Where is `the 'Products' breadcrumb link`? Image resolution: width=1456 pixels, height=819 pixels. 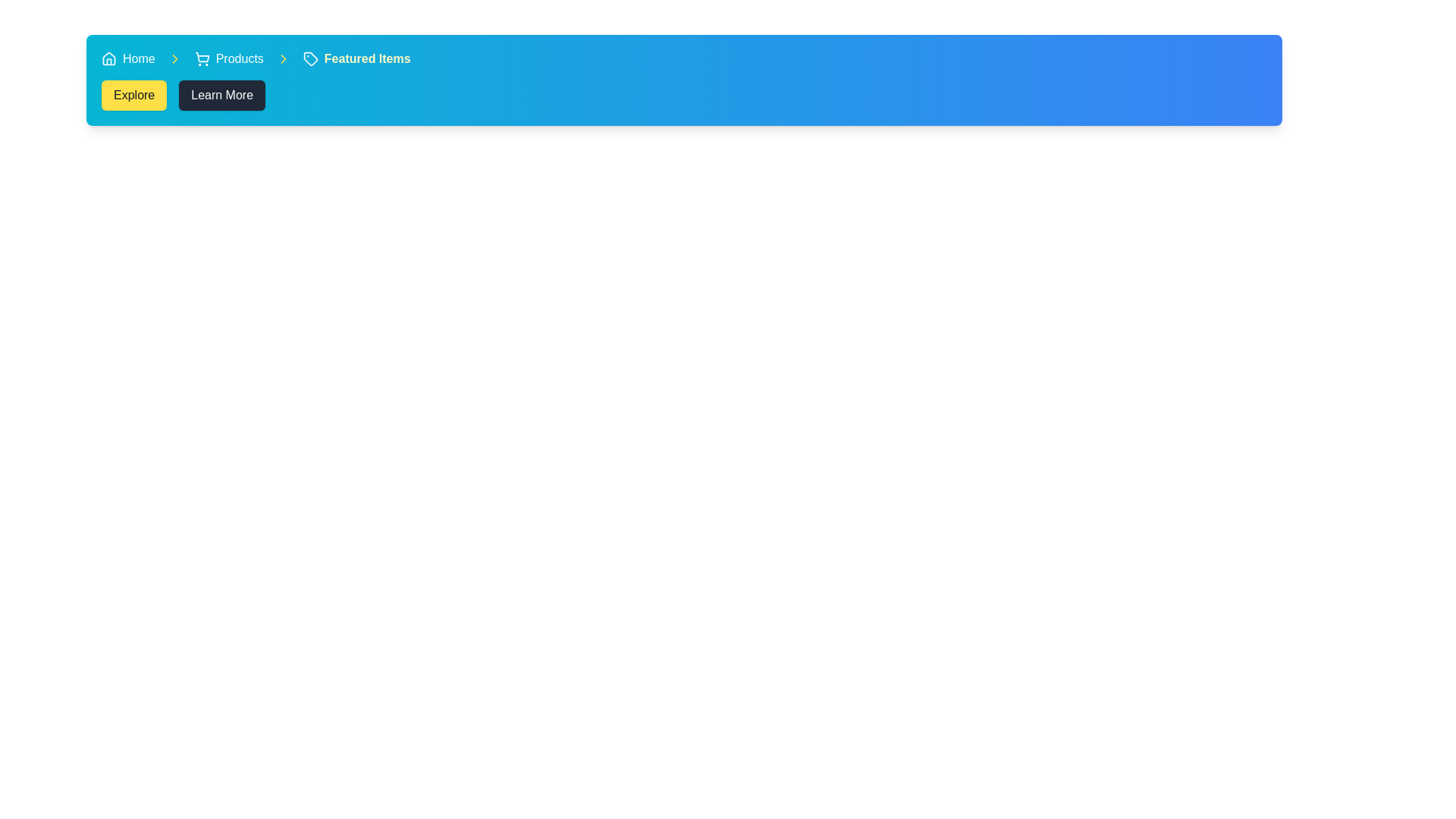
the 'Products' breadcrumb link is located at coordinates (228, 58).